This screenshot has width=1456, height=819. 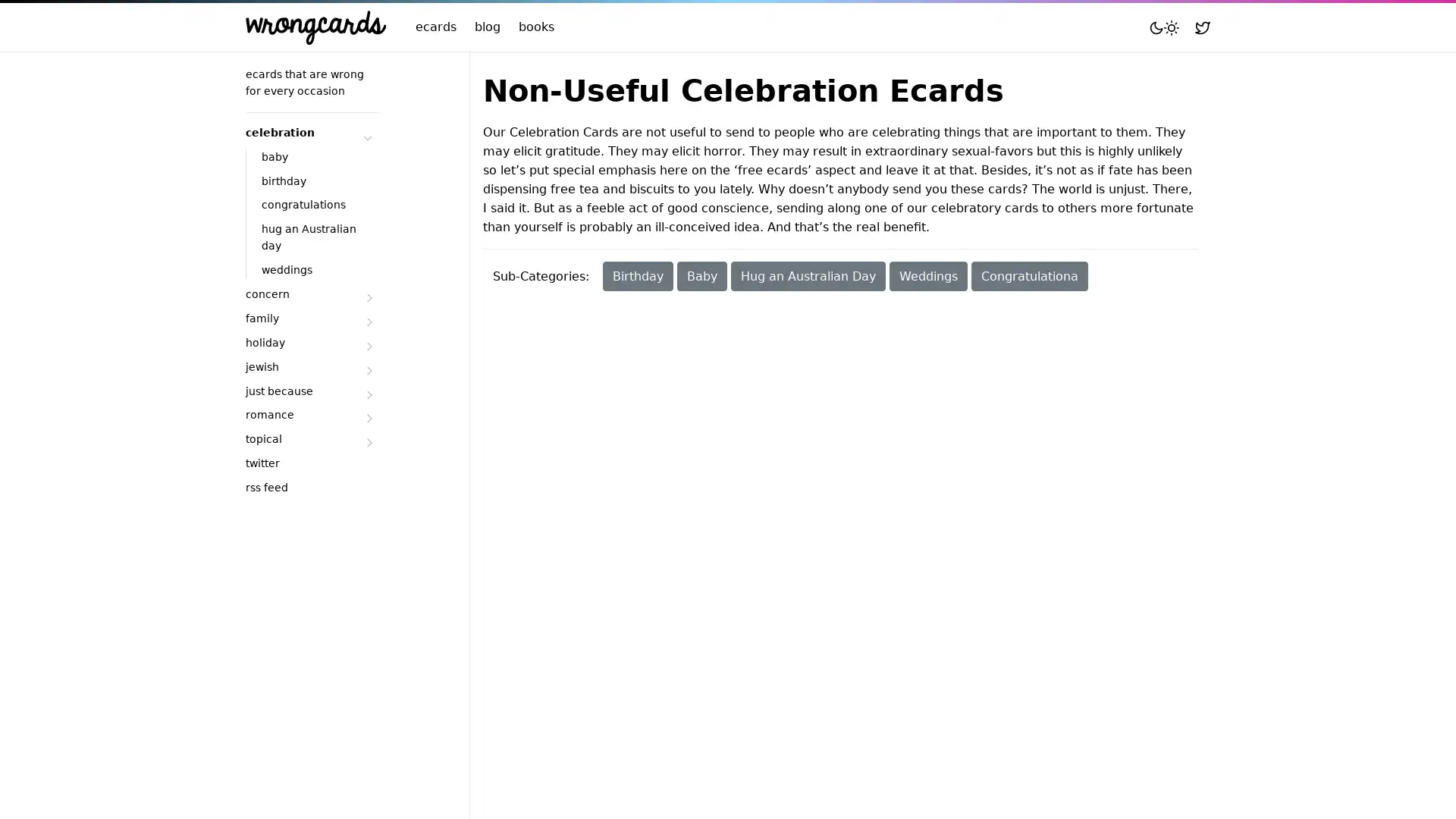 What do you see at coordinates (367, 418) in the screenshot?
I see `Submenu` at bounding box center [367, 418].